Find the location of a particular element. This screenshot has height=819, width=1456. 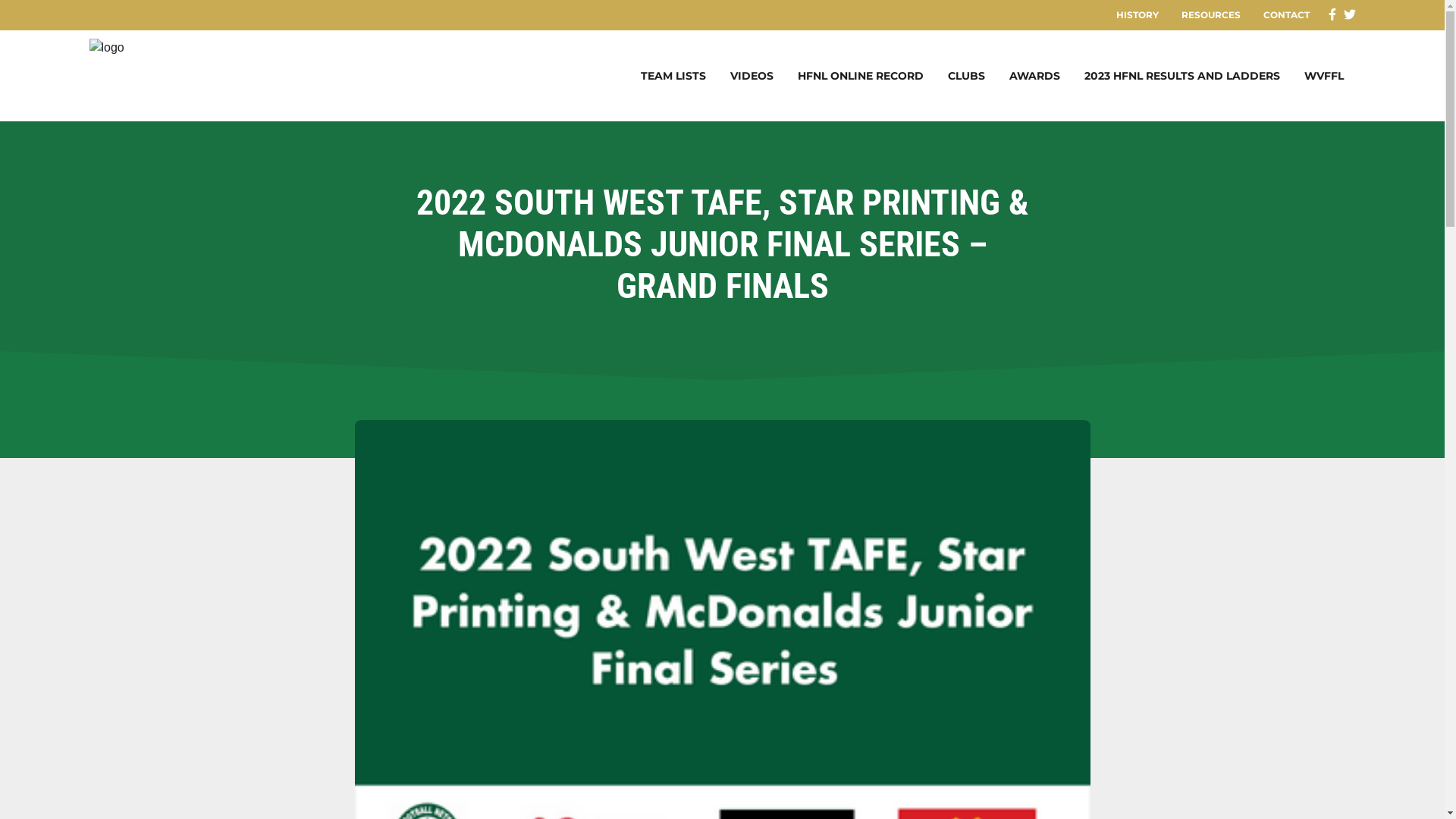

'CLUBS' is located at coordinates (965, 76).